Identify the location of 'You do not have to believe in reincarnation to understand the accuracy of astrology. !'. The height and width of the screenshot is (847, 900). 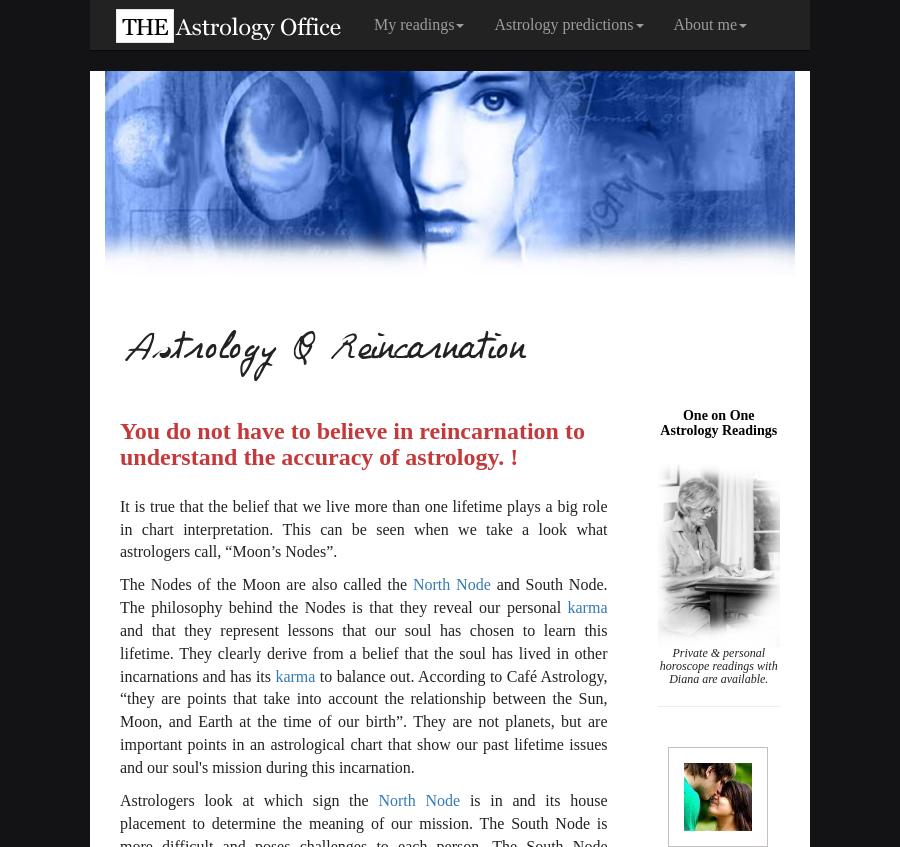
(351, 443).